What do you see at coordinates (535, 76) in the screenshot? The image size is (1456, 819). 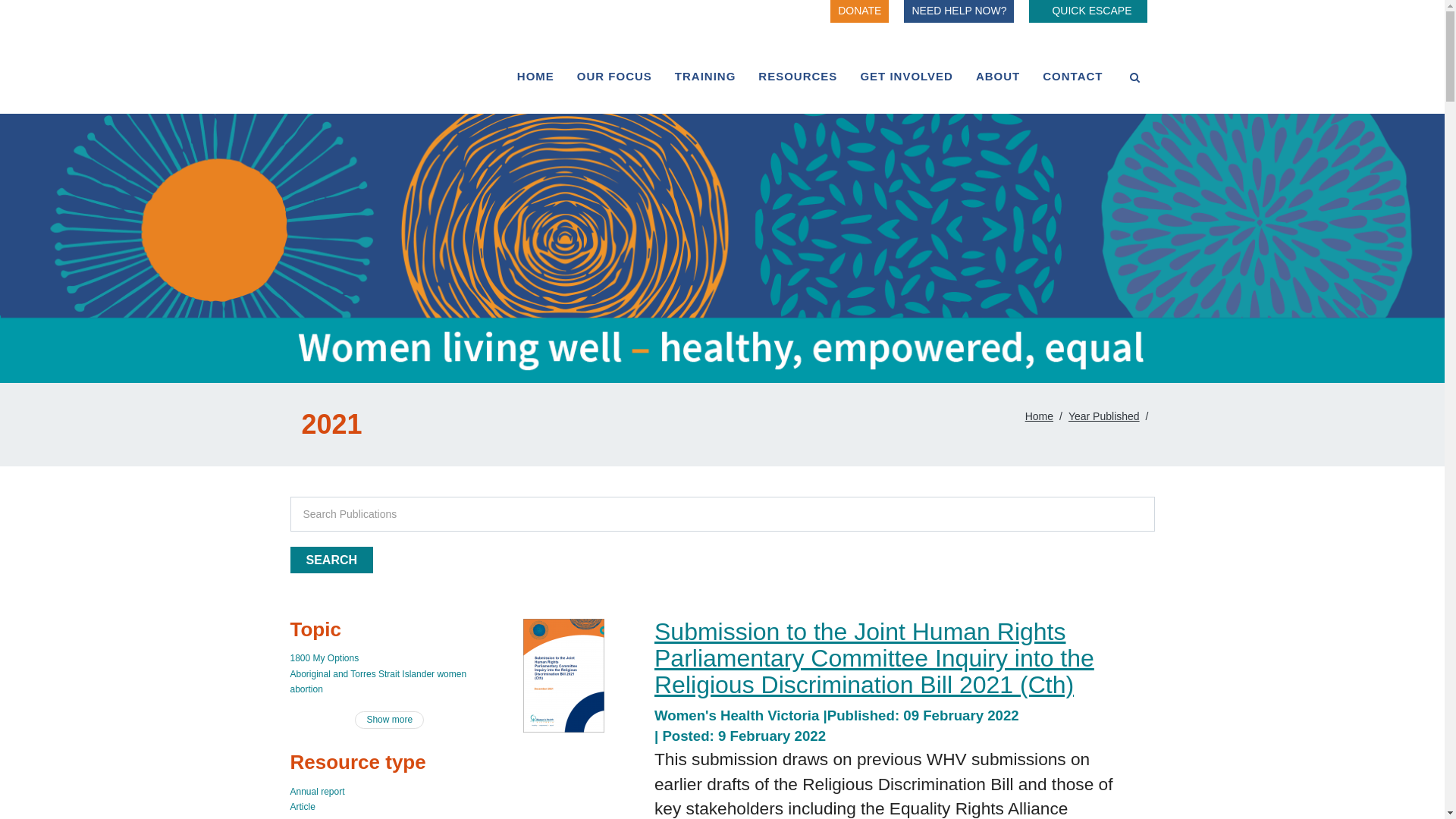 I see `'HOME'` at bounding box center [535, 76].